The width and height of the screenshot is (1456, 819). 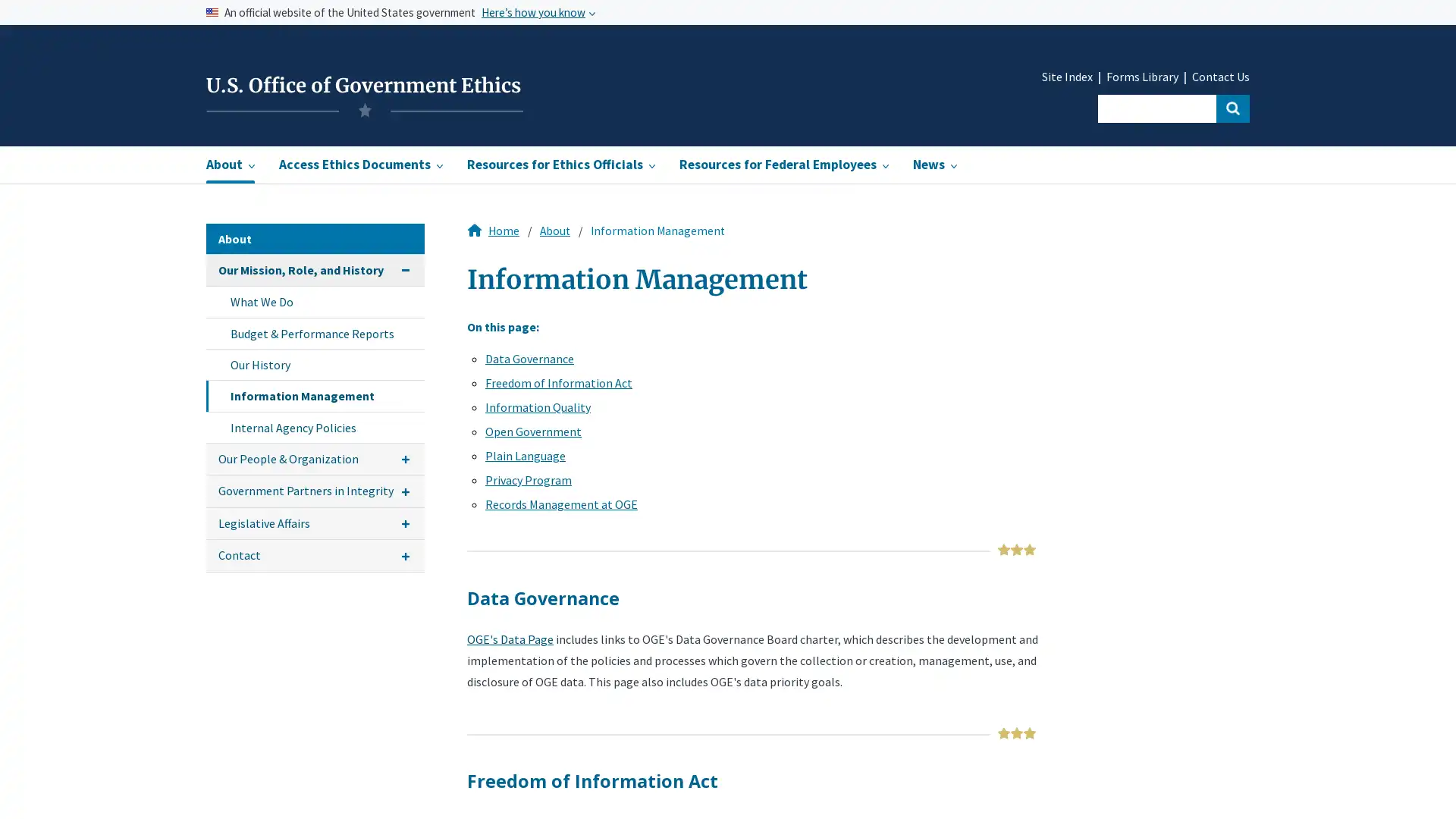 I want to click on Contact, so click(x=315, y=555).